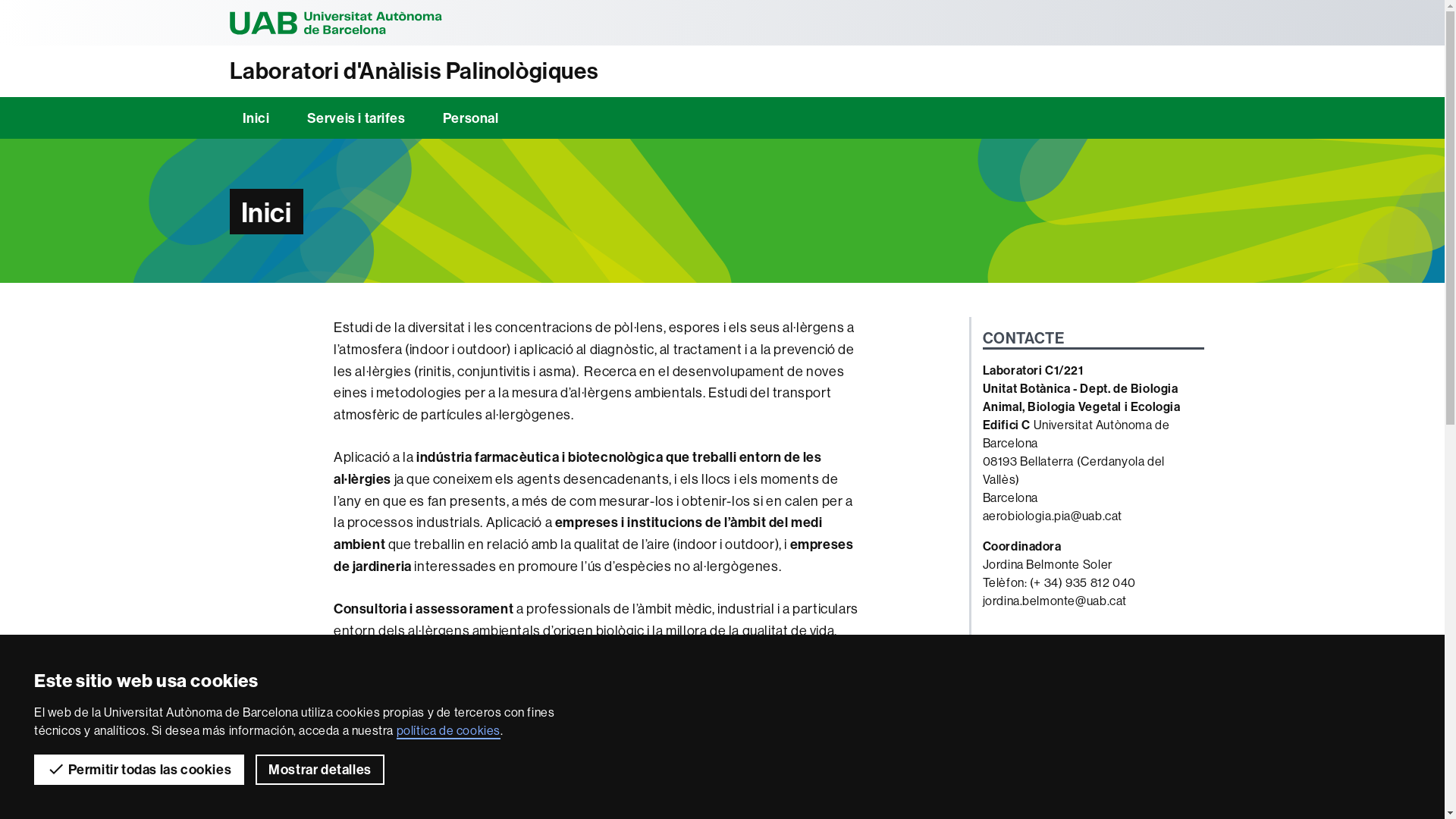 Image resolution: width=1456 pixels, height=819 pixels. What do you see at coordinates (255, 117) in the screenshot?
I see `'Inici'` at bounding box center [255, 117].